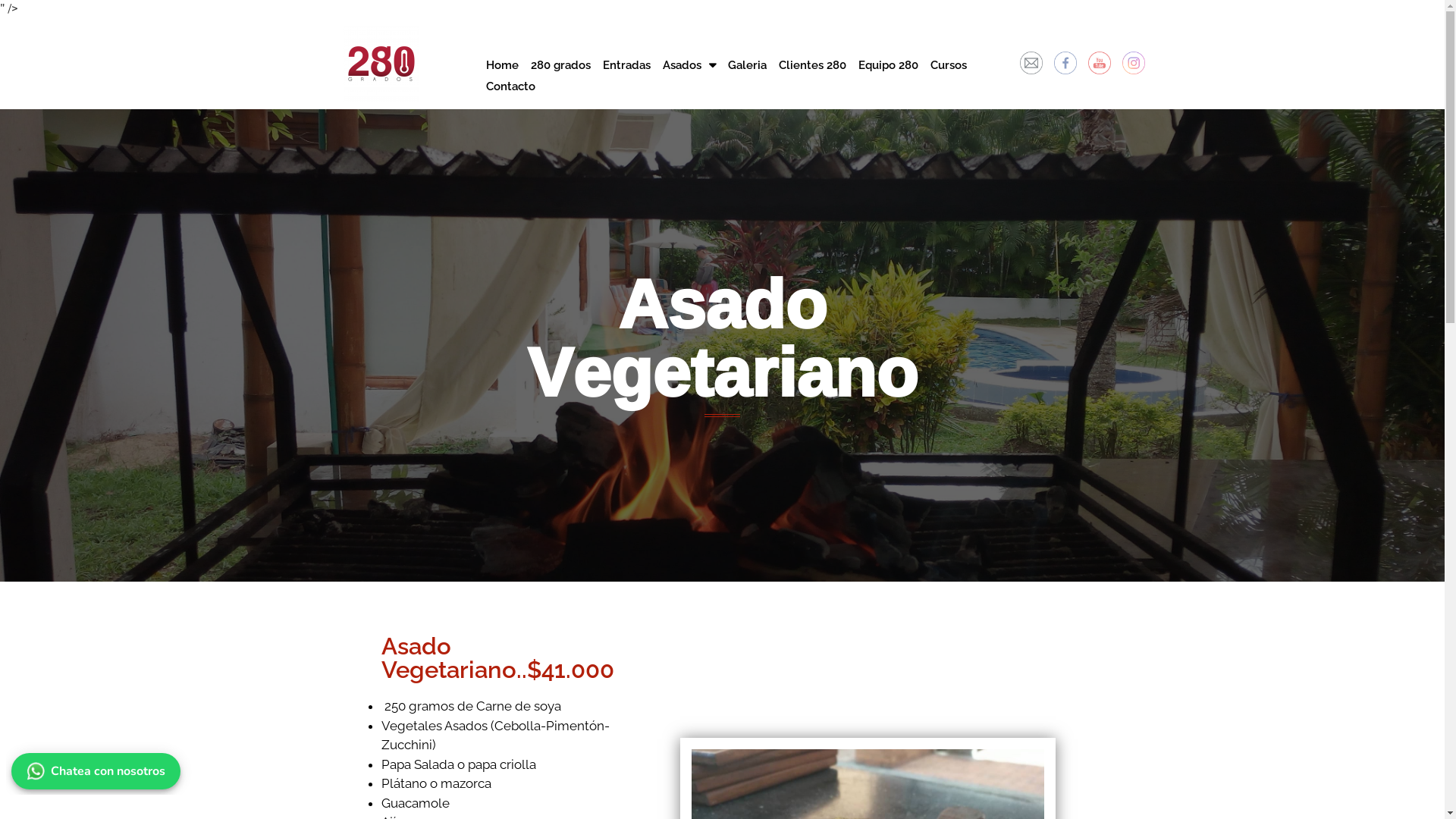 This screenshot has width=1456, height=819. I want to click on 'Asados', so click(688, 64).